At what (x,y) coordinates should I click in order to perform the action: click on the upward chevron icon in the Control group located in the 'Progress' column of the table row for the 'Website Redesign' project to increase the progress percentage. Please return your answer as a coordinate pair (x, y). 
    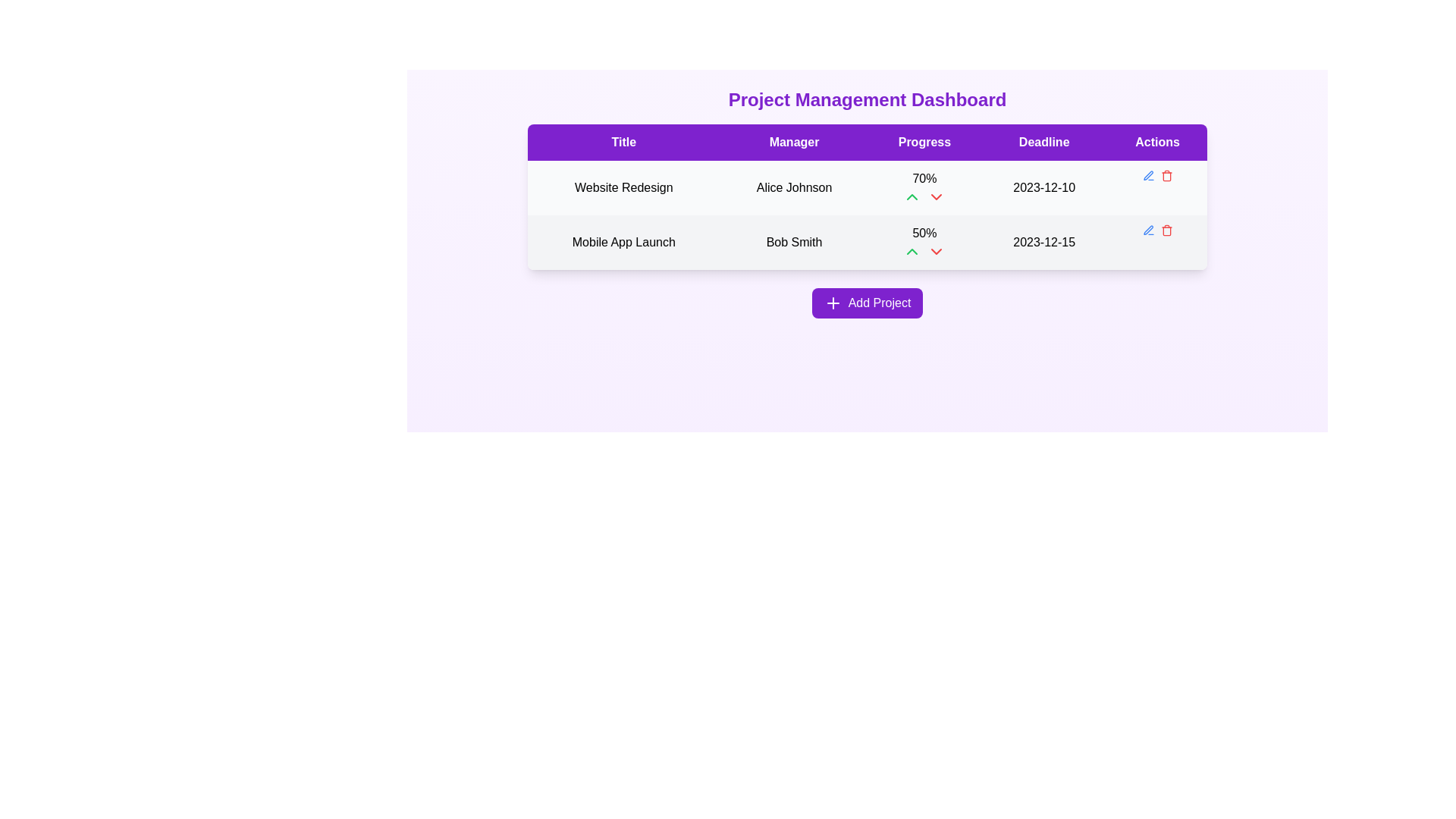
    Looking at the image, I should click on (924, 196).